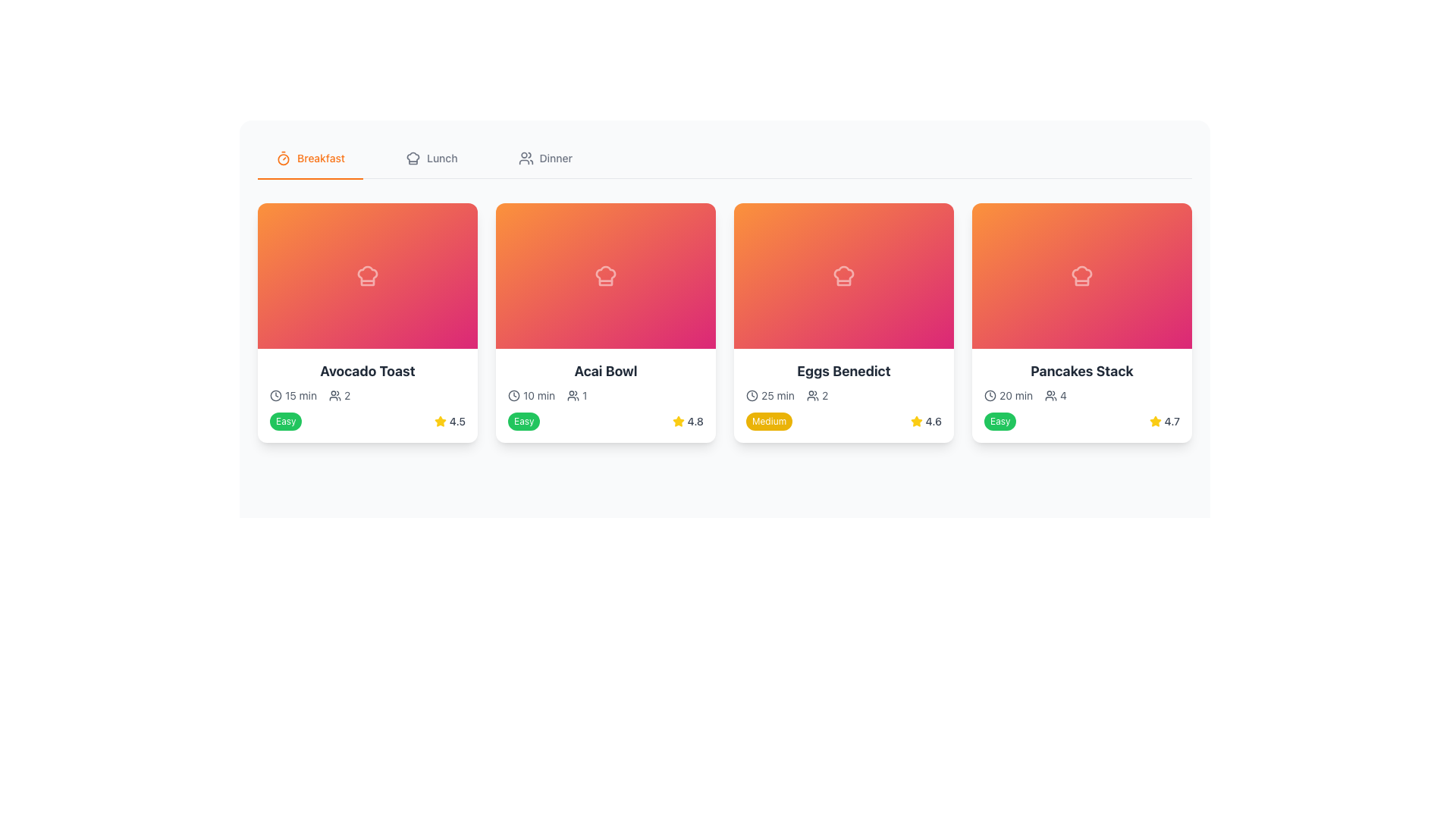 The width and height of the screenshot is (1456, 819). I want to click on the rating icon located at the lower-right side of the fourth card element in the horizontal card list, adjacent to the numeric rating score, so click(1154, 421).